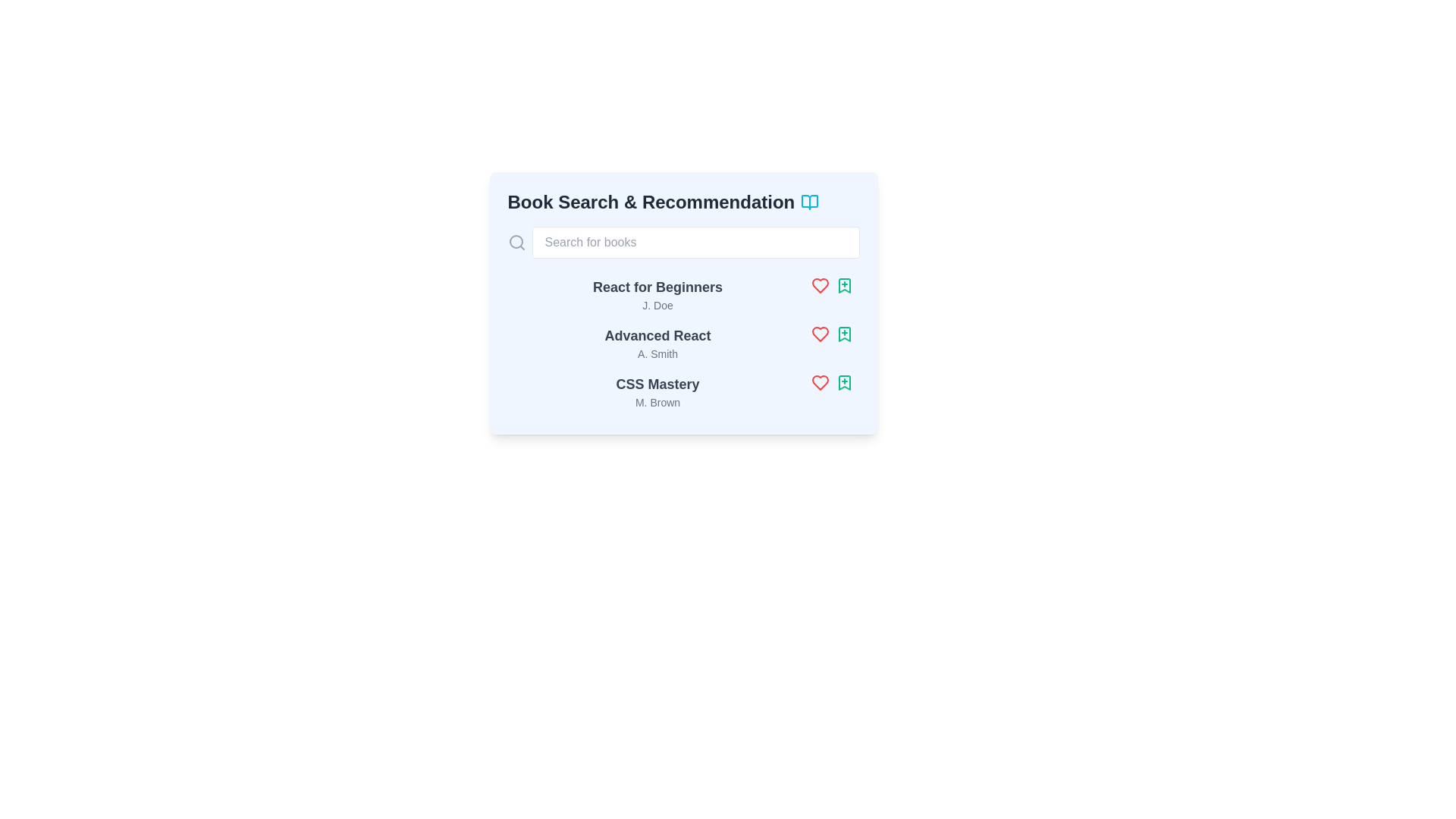 This screenshot has width=1456, height=819. What do you see at coordinates (843, 333) in the screenshot?
I see `the bookmark icon with a cross symbol` at bounding box center [843, 333].